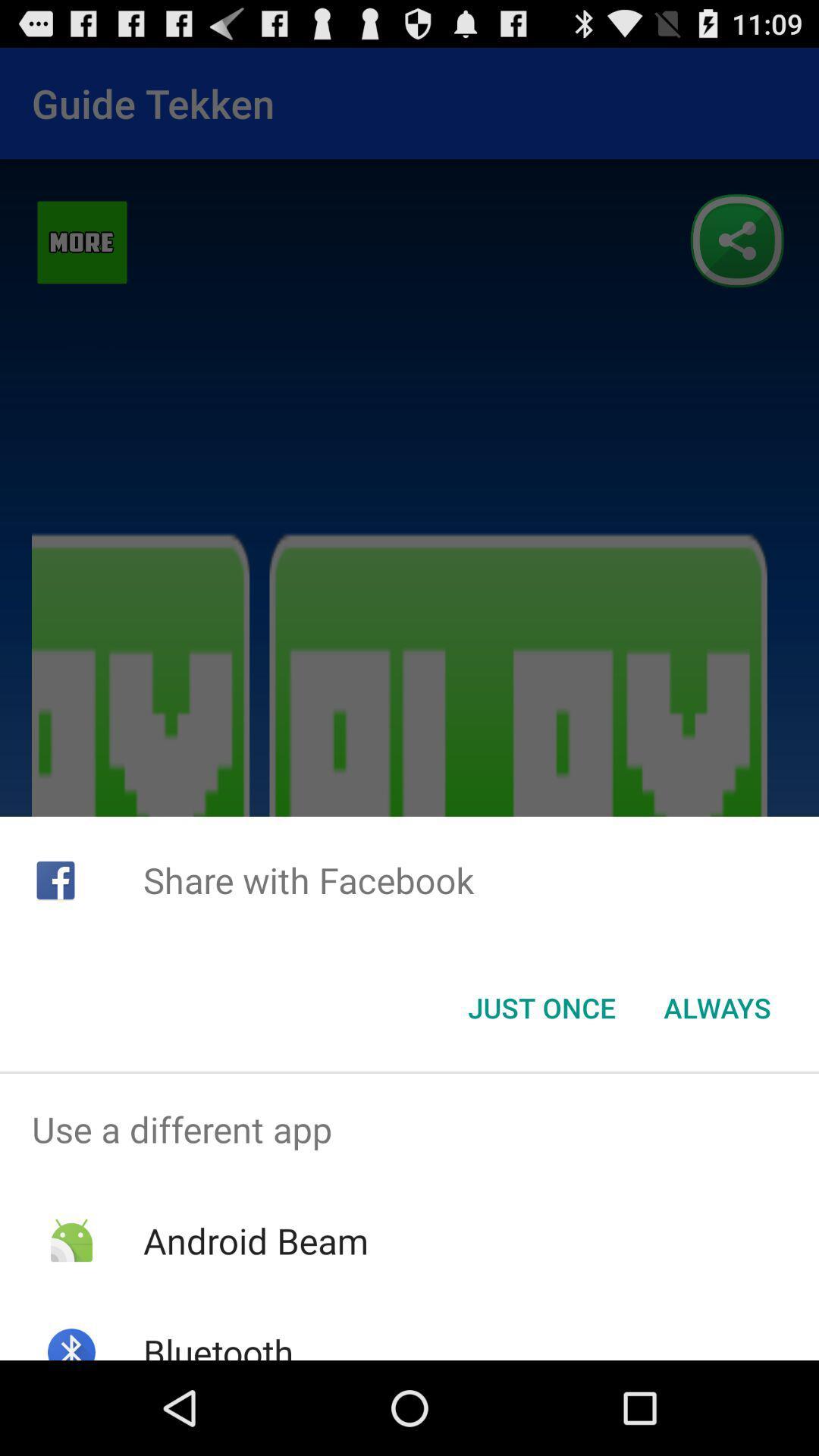  Describe the element at coordinates (717, 1008) in the screenshot. I see `the item below the share with facebook` at that location.